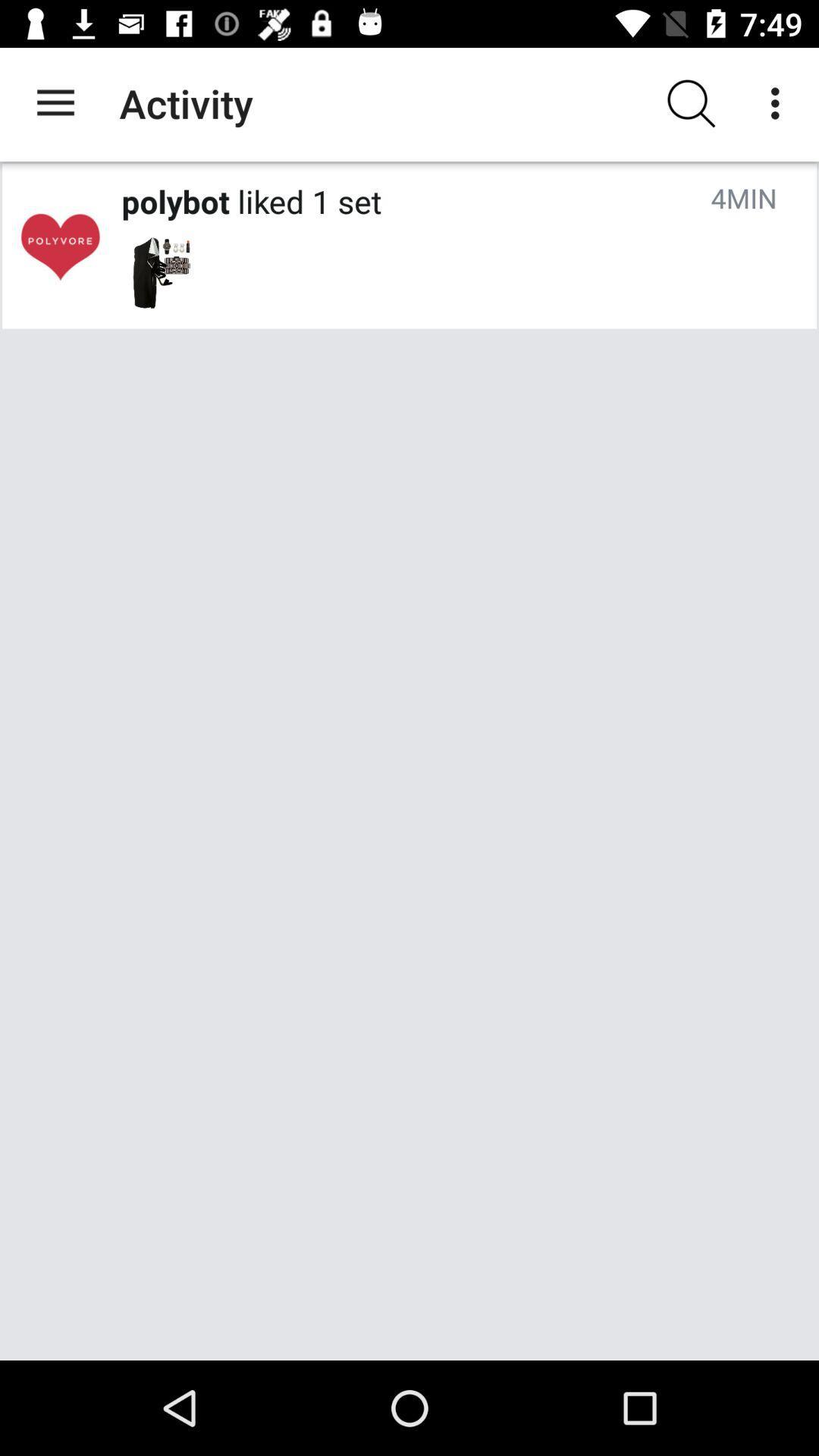 The height and width of the screenshot is (1456, 819). What do you see at coordinates (59, 246) in the screenshot?
I see `open polybot profile` at bounding box center [59, 246].